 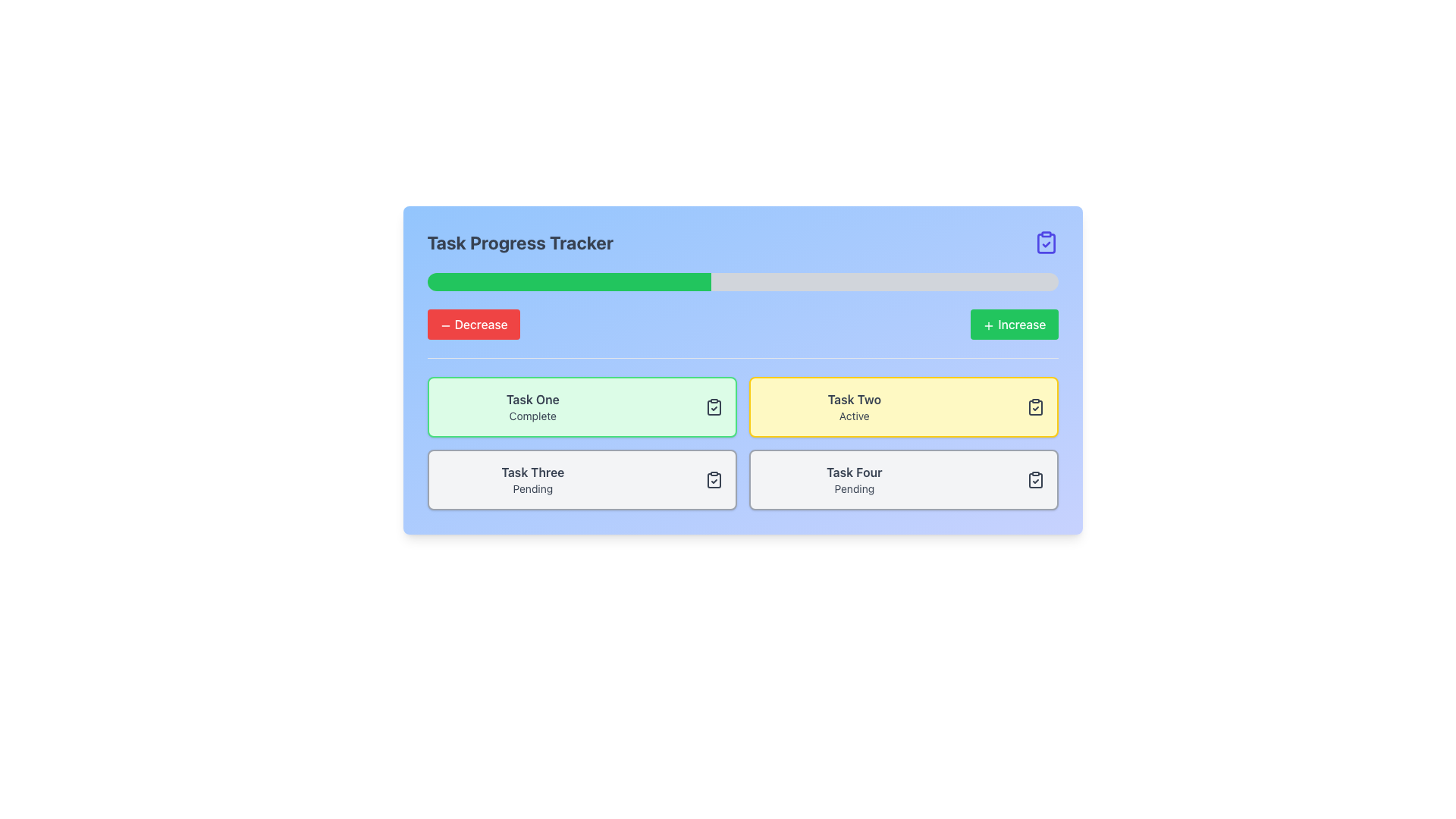 I want to click on the icon within the 'Increase' button located in the upper right section of the interface, adjacent to the green progress bar, so click(x=989, y=325).